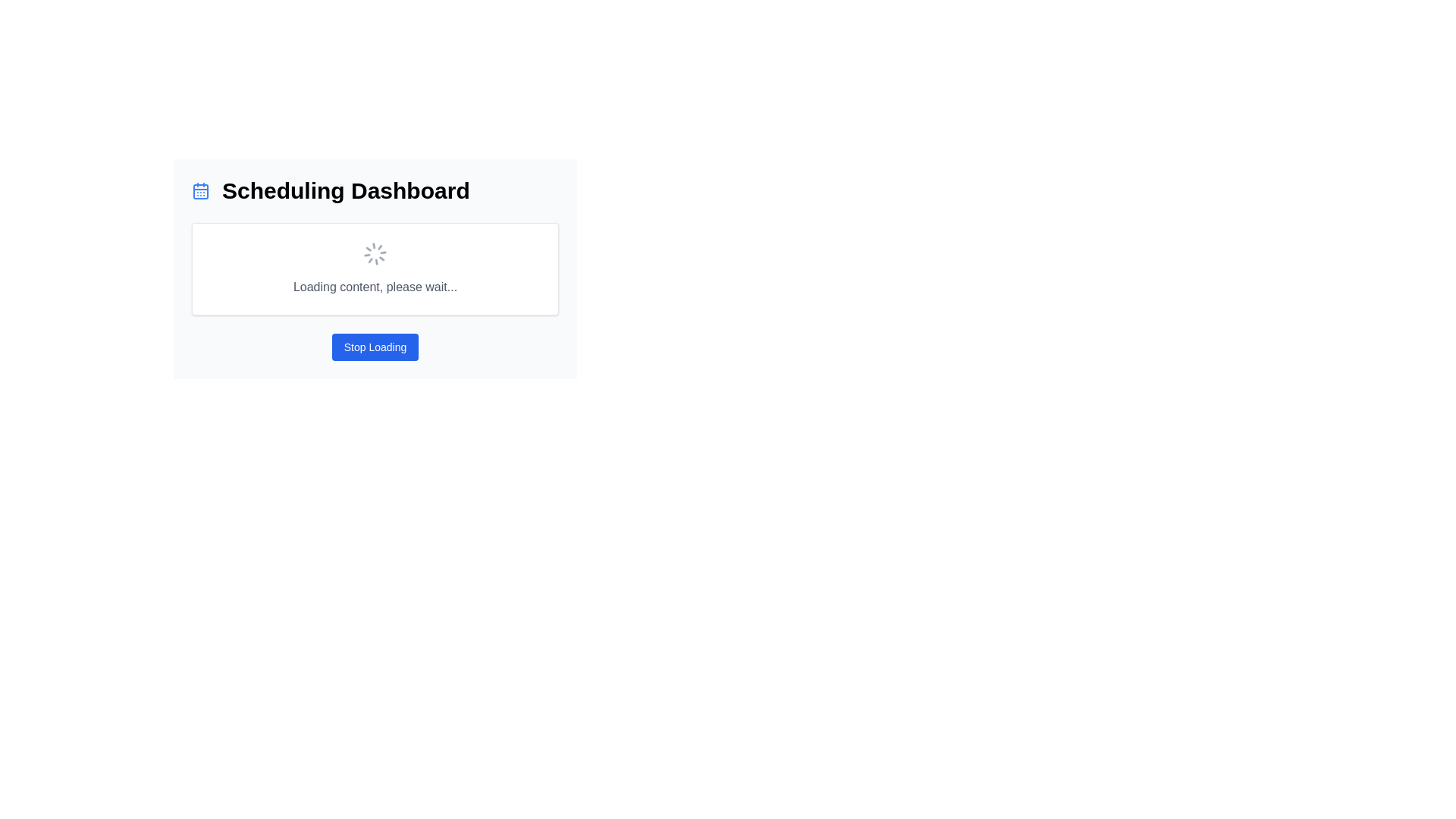 The width and height of the screenshot is (1456, 819). What do you see at coordinates (375, 190) in the screenshot?
I see `the 'Scheduling Dashboard' title element, which features a bold and large font alongside a blue calendar icon, positioned at the top of the layout's central content area` at bounding box center [375, 190].